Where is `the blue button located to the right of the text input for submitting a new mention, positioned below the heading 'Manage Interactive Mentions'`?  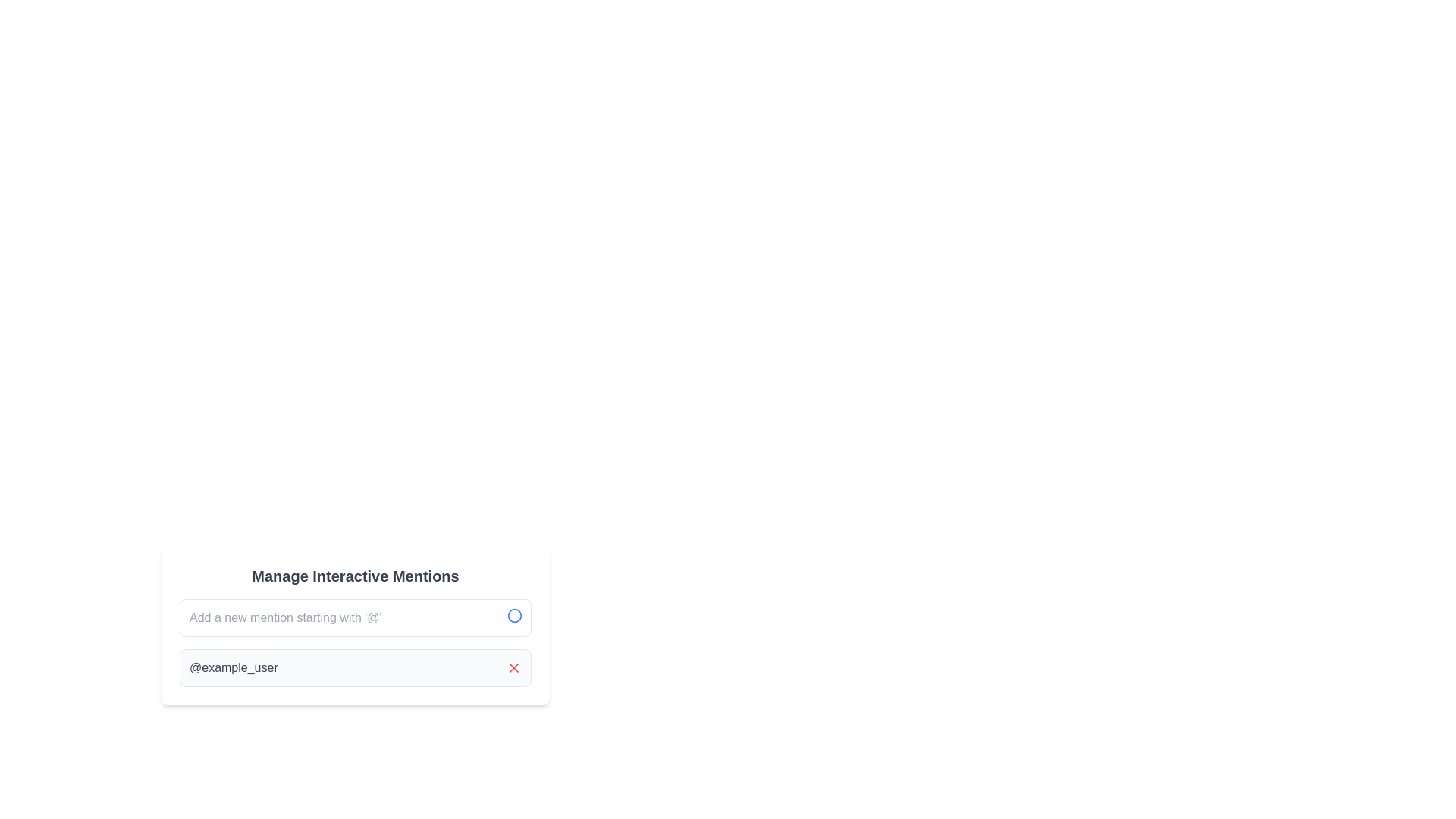 the blue button located to the right of the text input for submitting a new mention, positioned below the heading 'Manage Interactive Mentions' is located at coordinates (355, 617).